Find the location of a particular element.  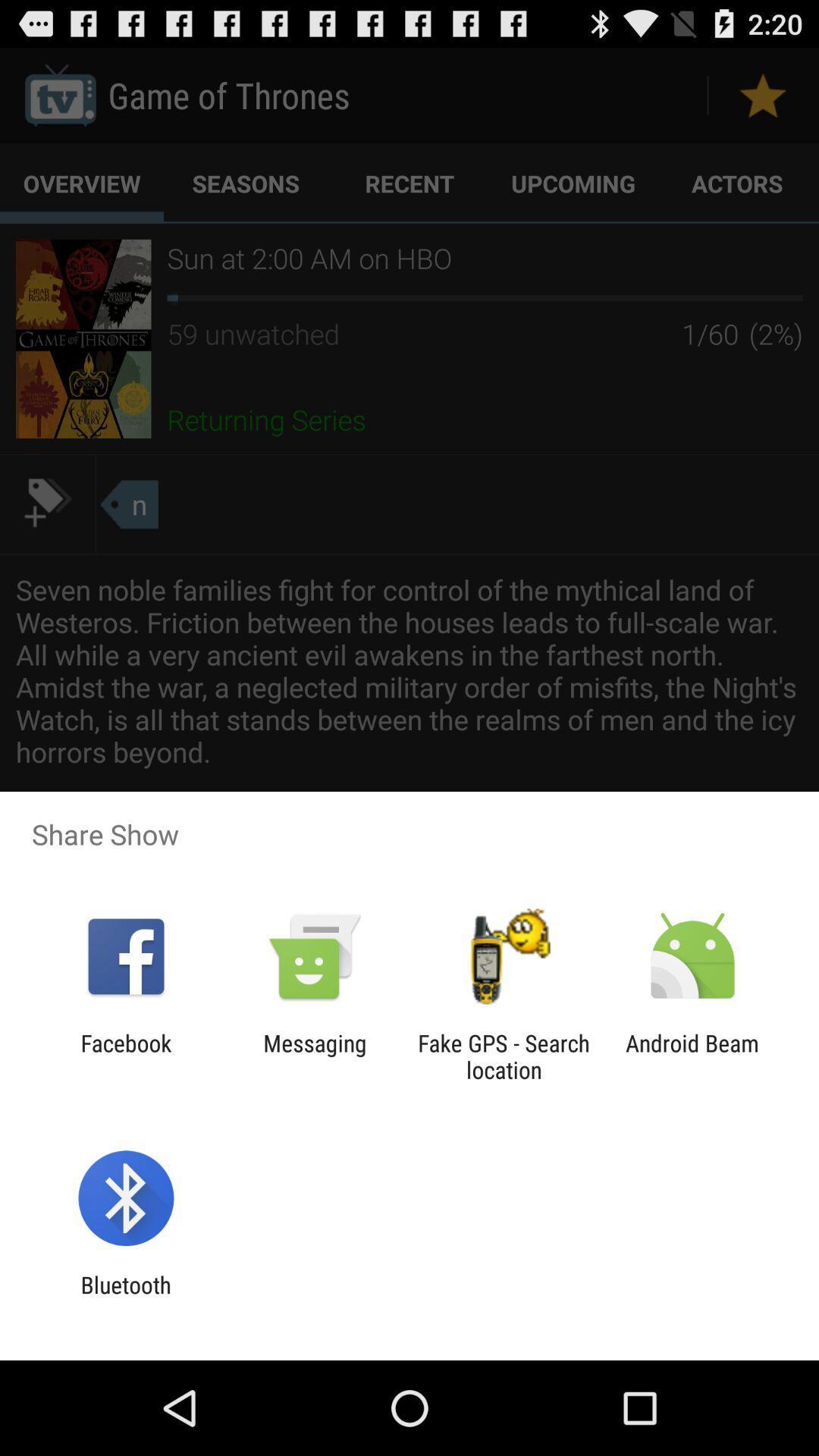

the facebook icon is located at coordinates (125, 1056).